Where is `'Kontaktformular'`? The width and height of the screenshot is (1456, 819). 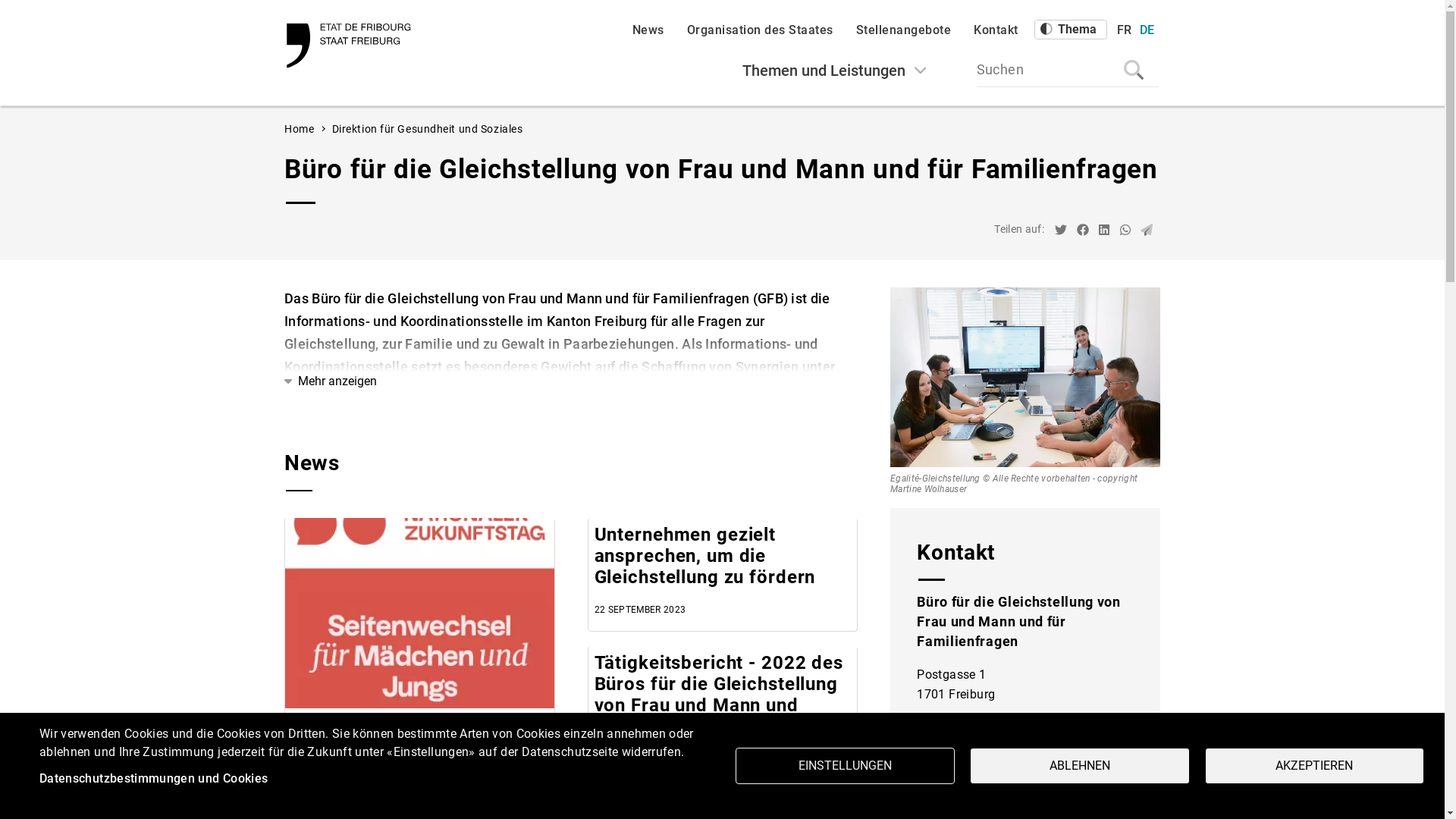
'Kontaktformular' is located at coordinates (1025, 799).